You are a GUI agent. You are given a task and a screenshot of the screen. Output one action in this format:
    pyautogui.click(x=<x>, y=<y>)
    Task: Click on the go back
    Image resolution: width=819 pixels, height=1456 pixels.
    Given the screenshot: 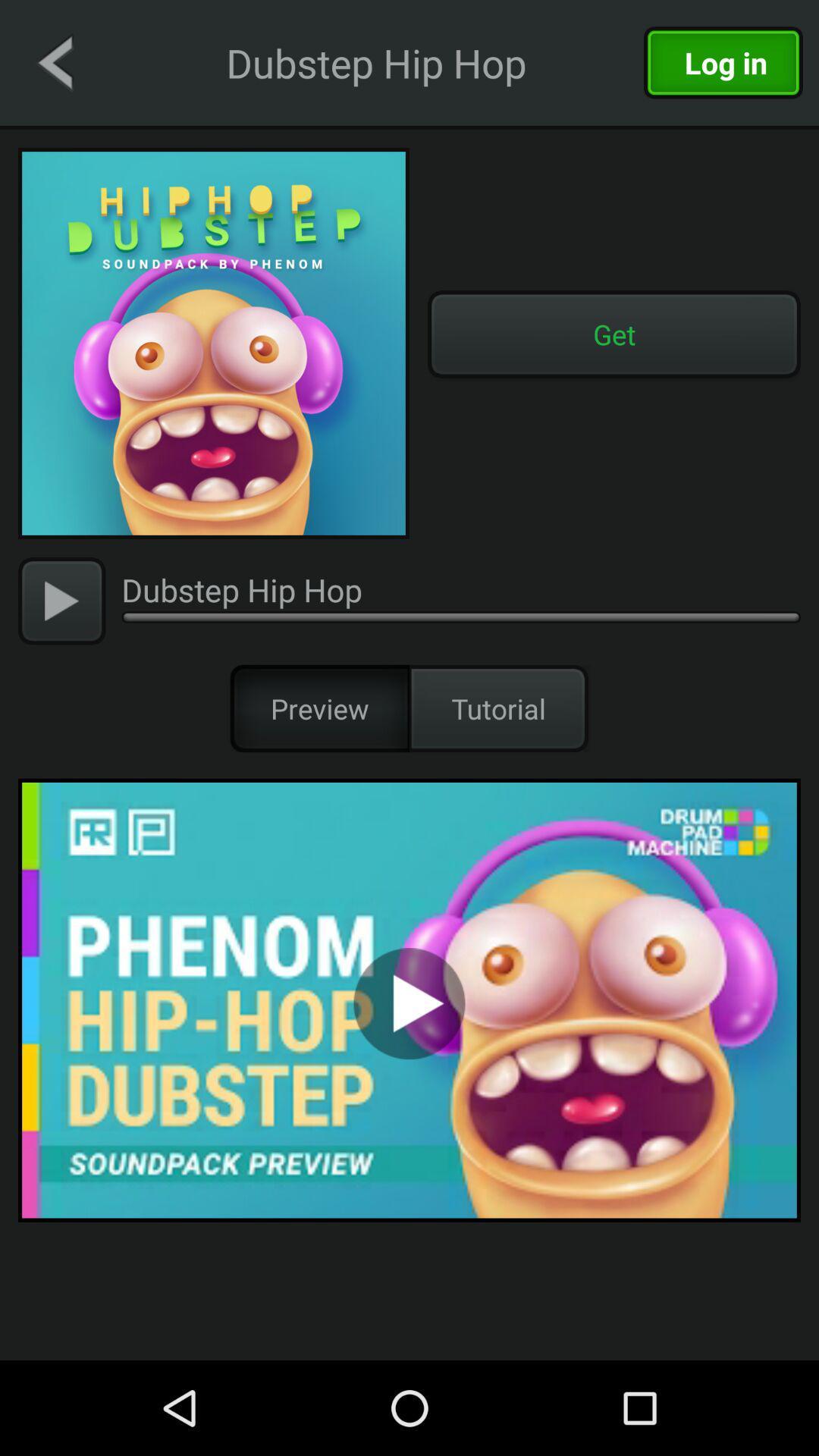 What is the action you would take?
    pyautogui.click(x=54, y=61)
    